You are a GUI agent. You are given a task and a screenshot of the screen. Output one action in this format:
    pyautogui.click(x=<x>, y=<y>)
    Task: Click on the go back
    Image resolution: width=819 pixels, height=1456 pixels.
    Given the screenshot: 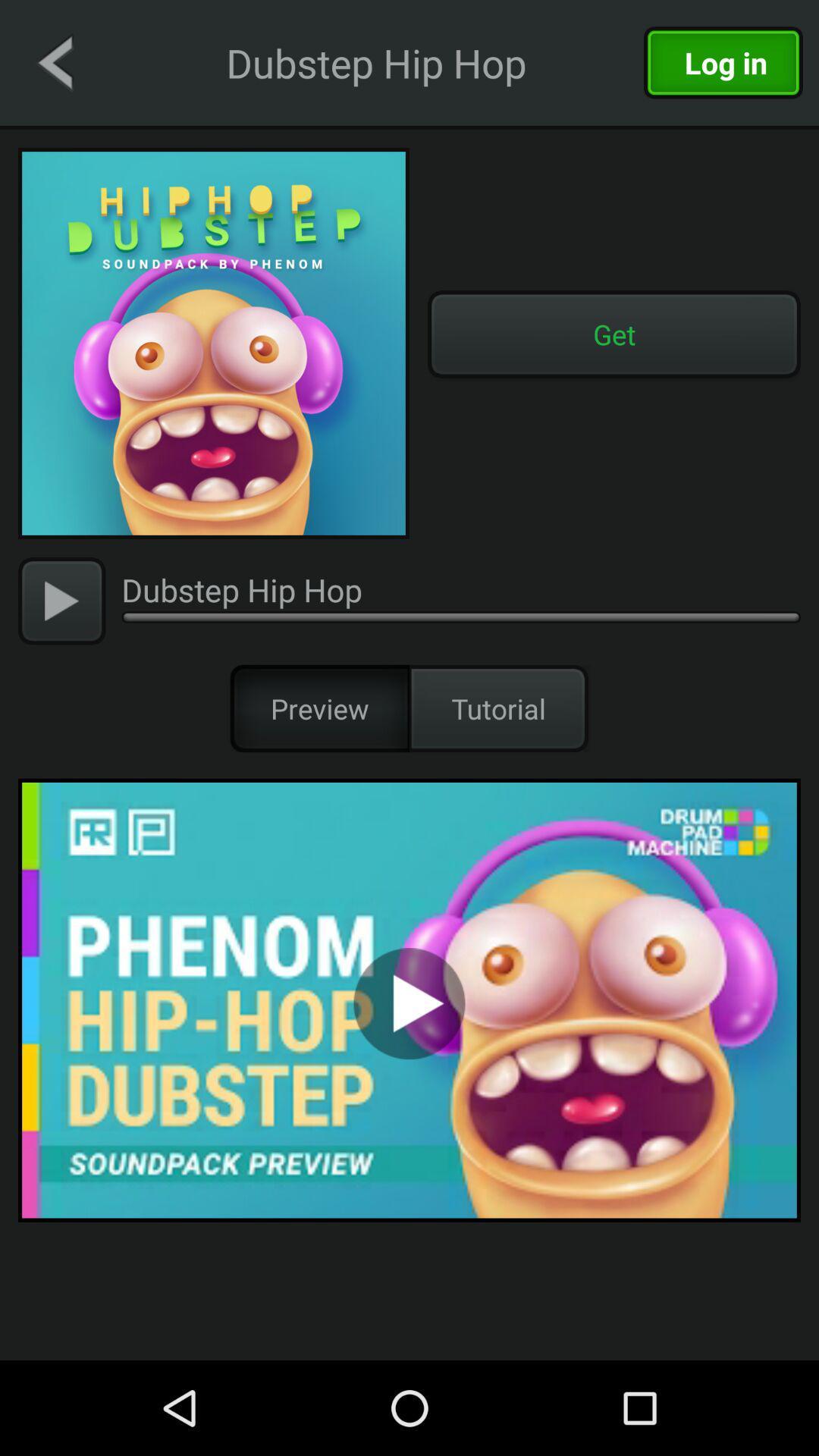 What is the action you would take?
    pyautogui.click(x=54, y=61)
    